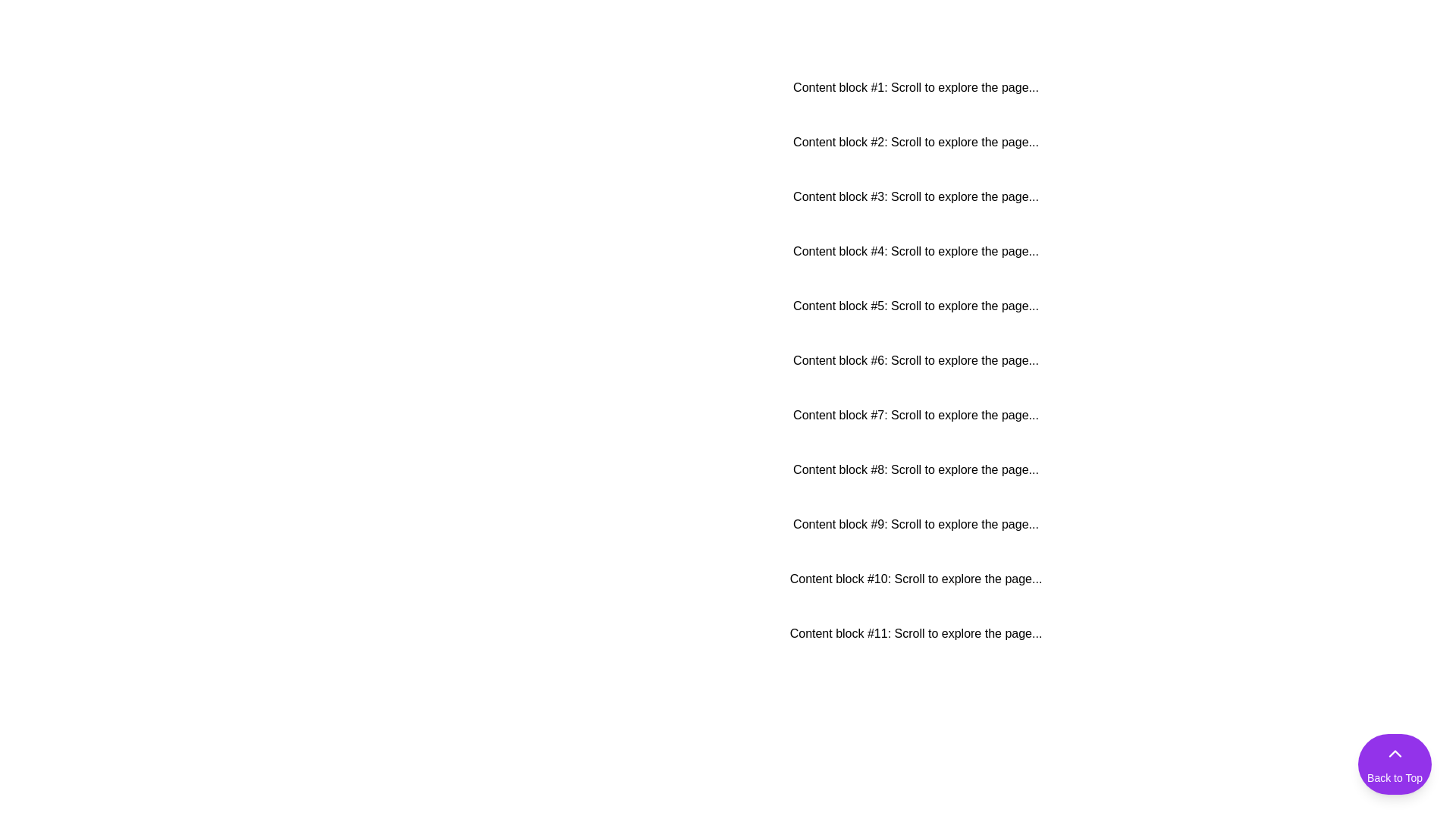  What do you see at coordinates (915, 143) in the screenshot?
I see `the second text block, which provides guidance or information about scrolling through the content` at bounding box center [915, 143].